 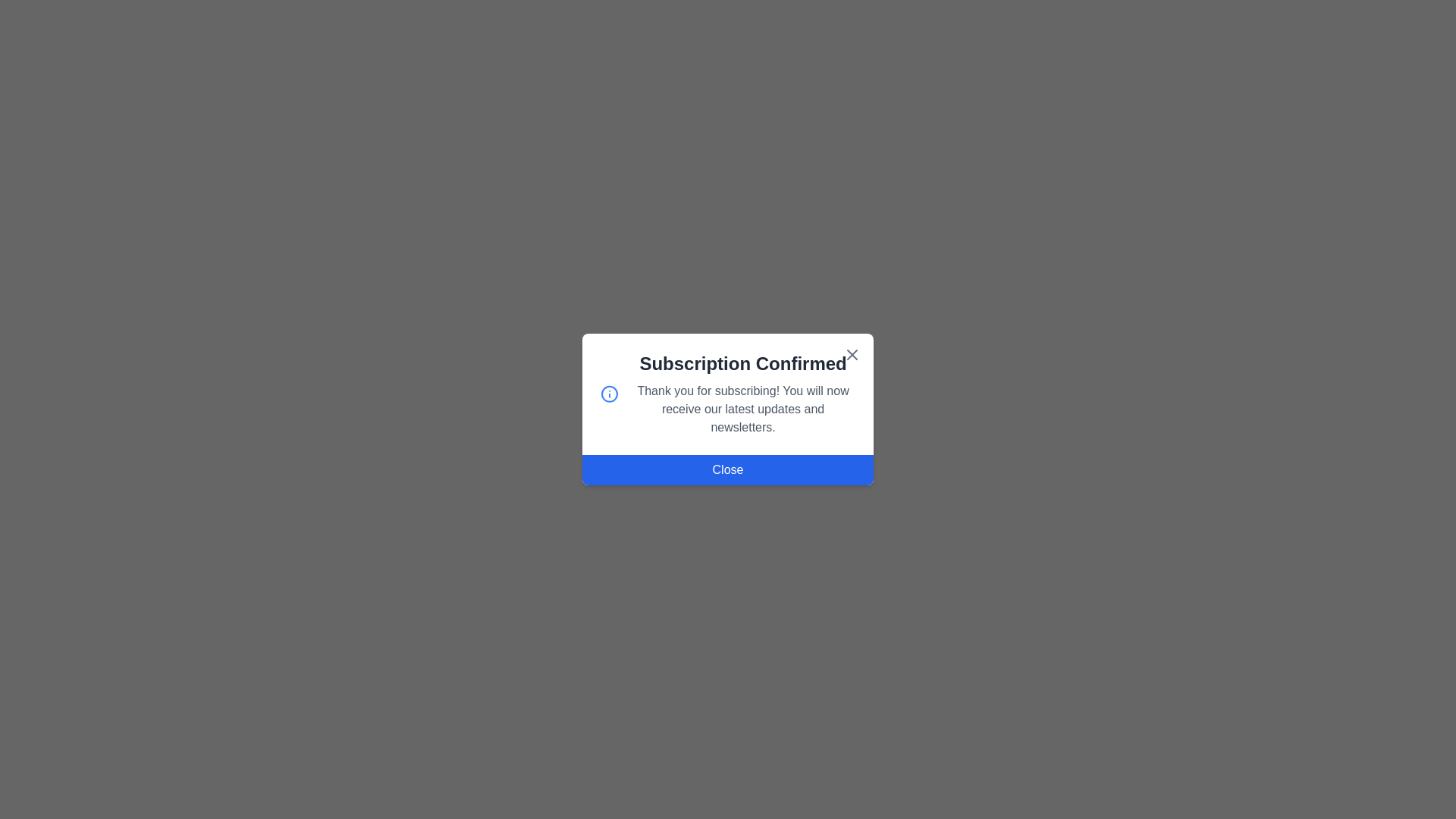 What do you see at coordinates (728, 469) in the screenshot?
I see `'Close' button to dismiss the dialog` at bounding box center [728, 469].